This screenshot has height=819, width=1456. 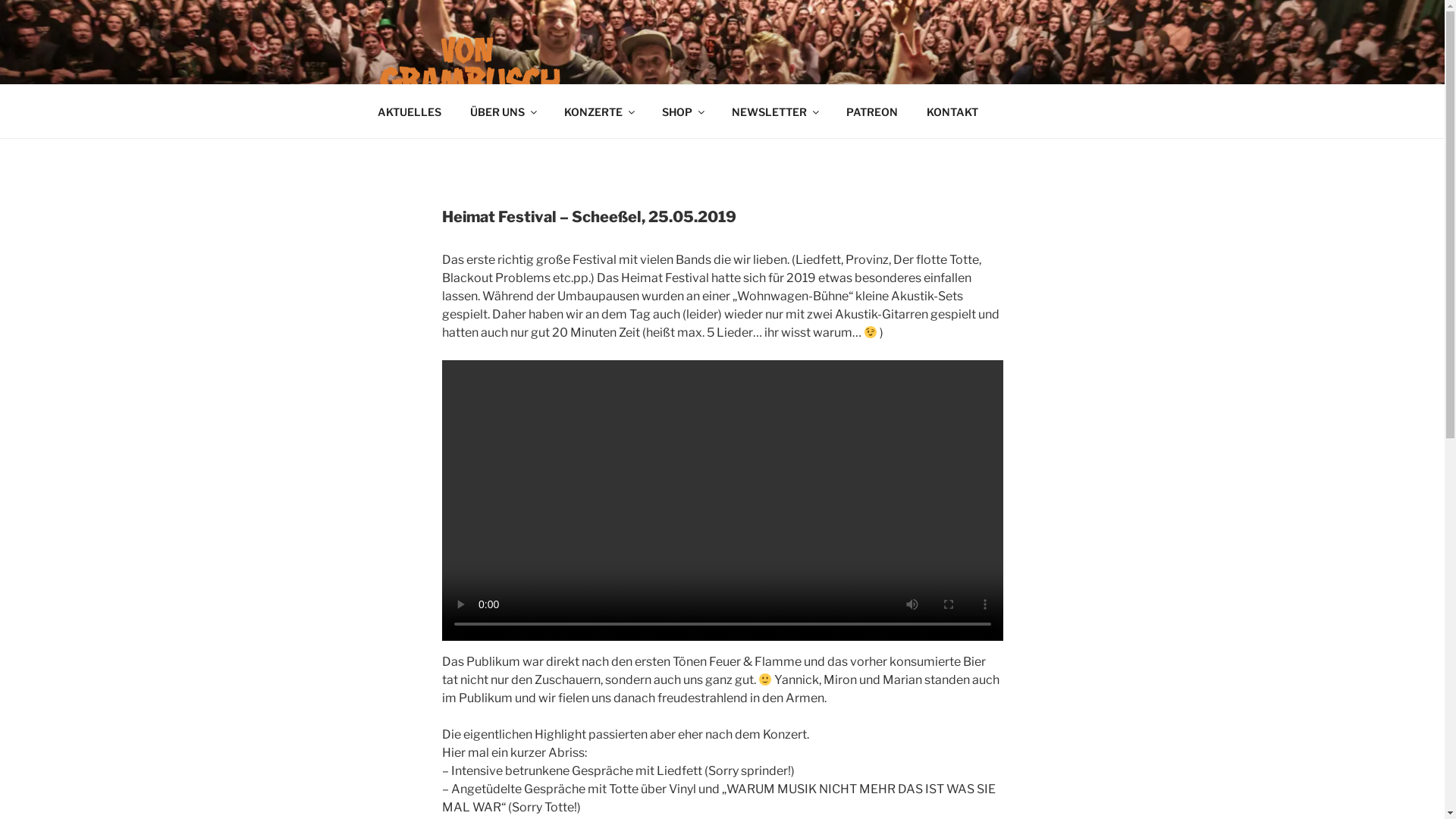 I want to click on 'VON GRAMBUSCH', so click(x=519, y=118).